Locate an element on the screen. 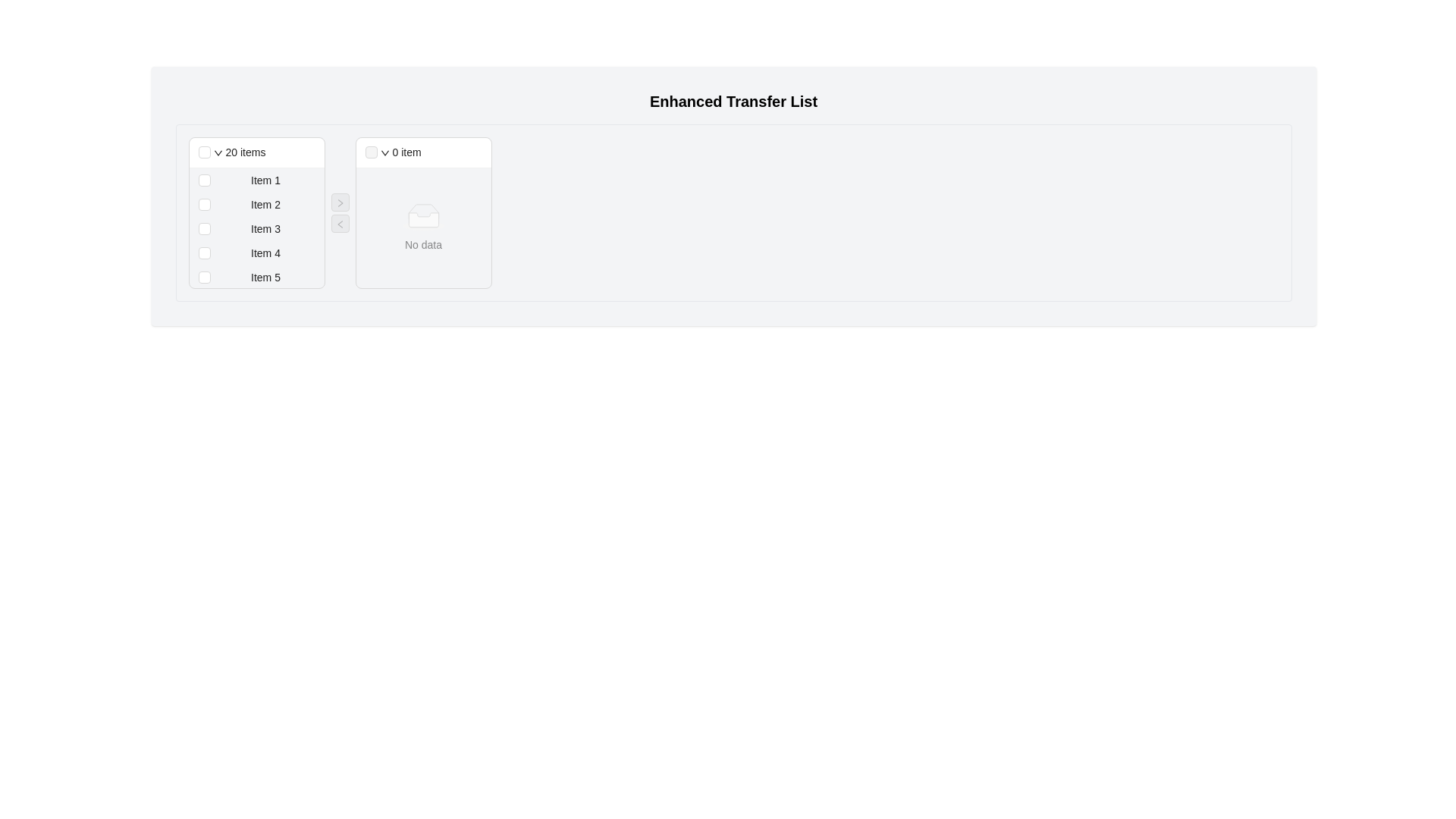 The width and height of the screenshot is (1456, 819). the checkbox for 'Item 5' is located at coordinates (203, 278).